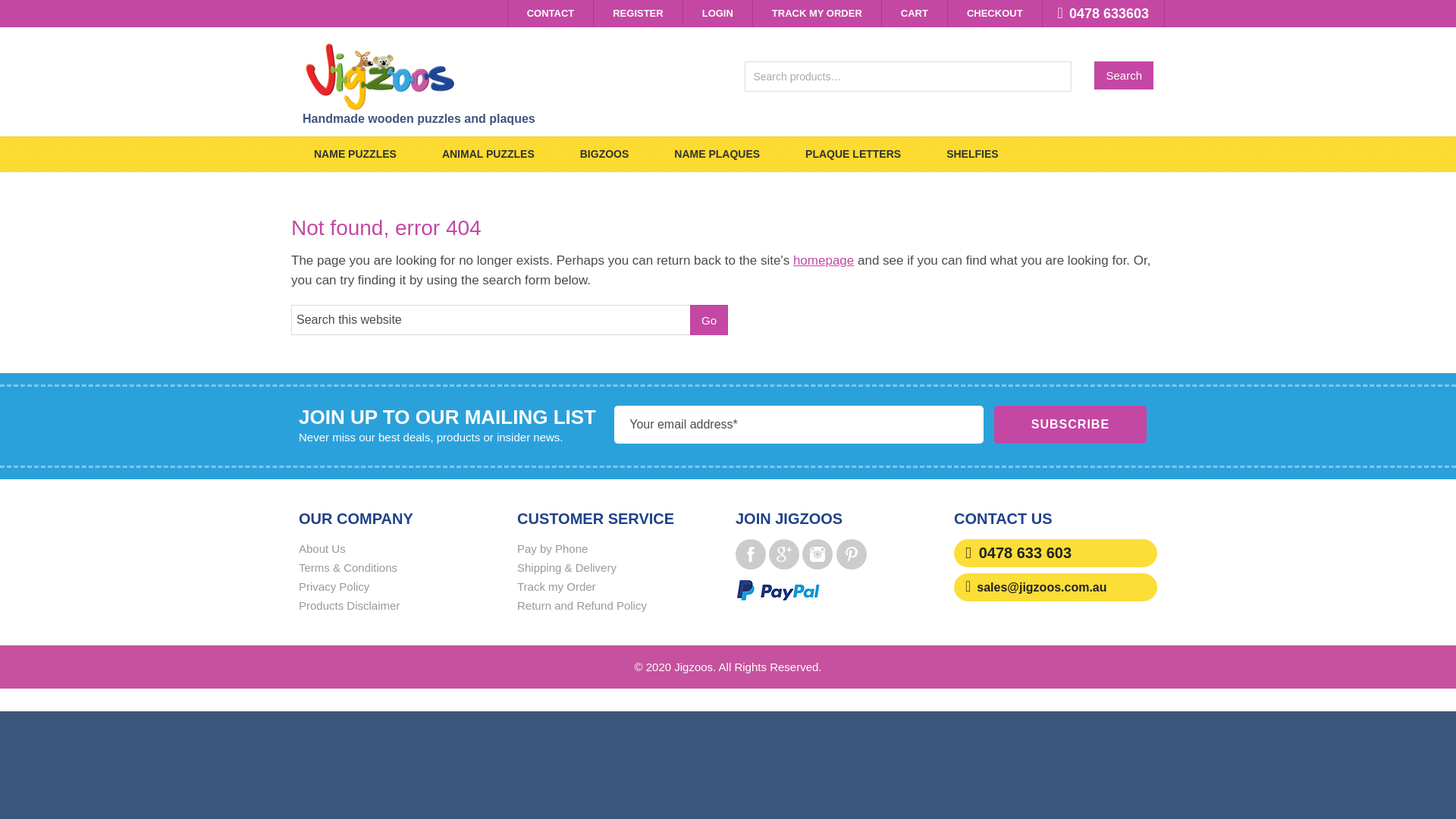  What do you see at coordinates (708, 318) in the screenshot?
I see `'Go'` at bounding box center [708, 318].